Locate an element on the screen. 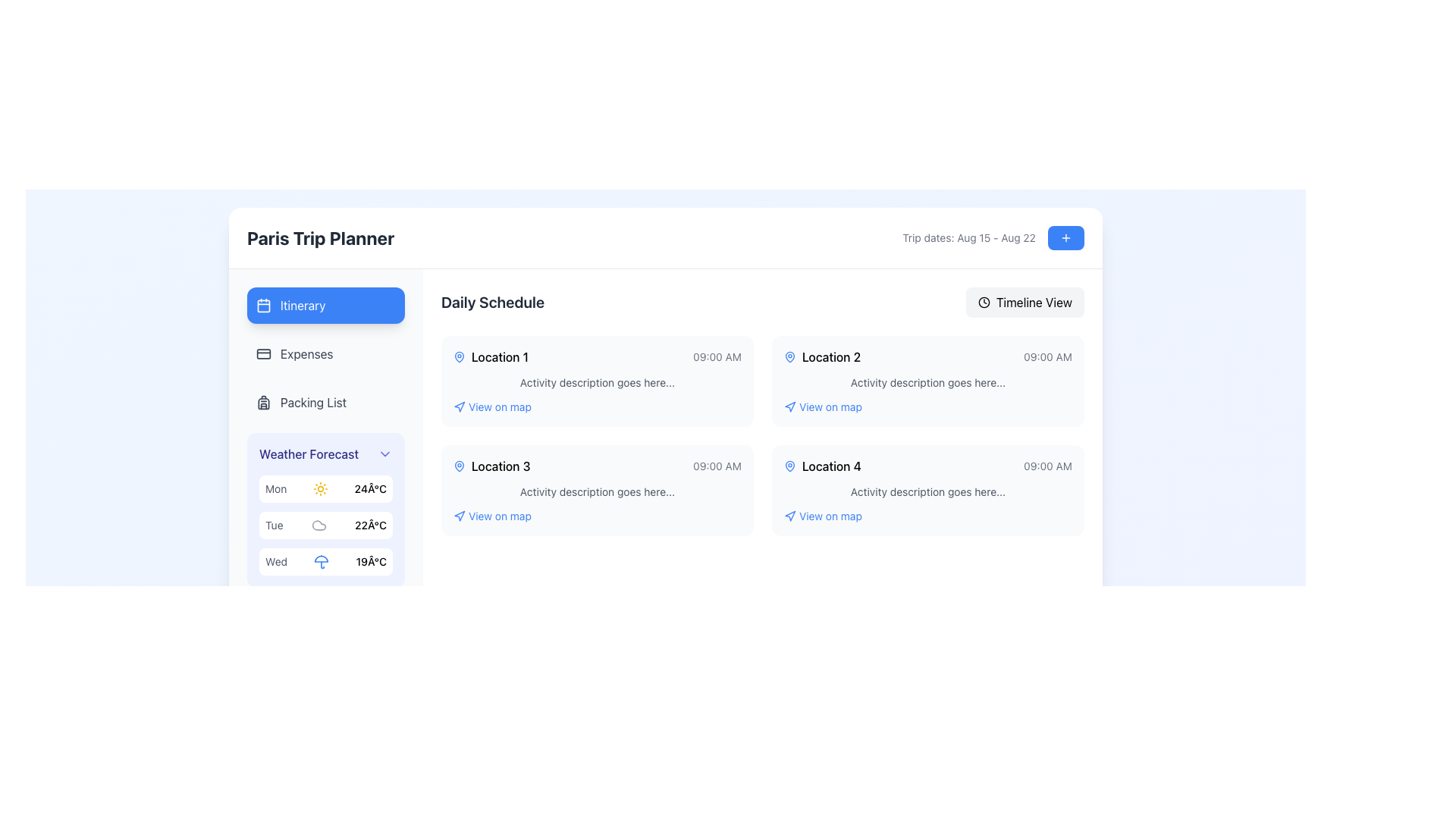  the Label with an accompanying icon that represents a scheduled location in the Daily Schedule section, specifically the third entry in the list is located at coordinates (491, 465).